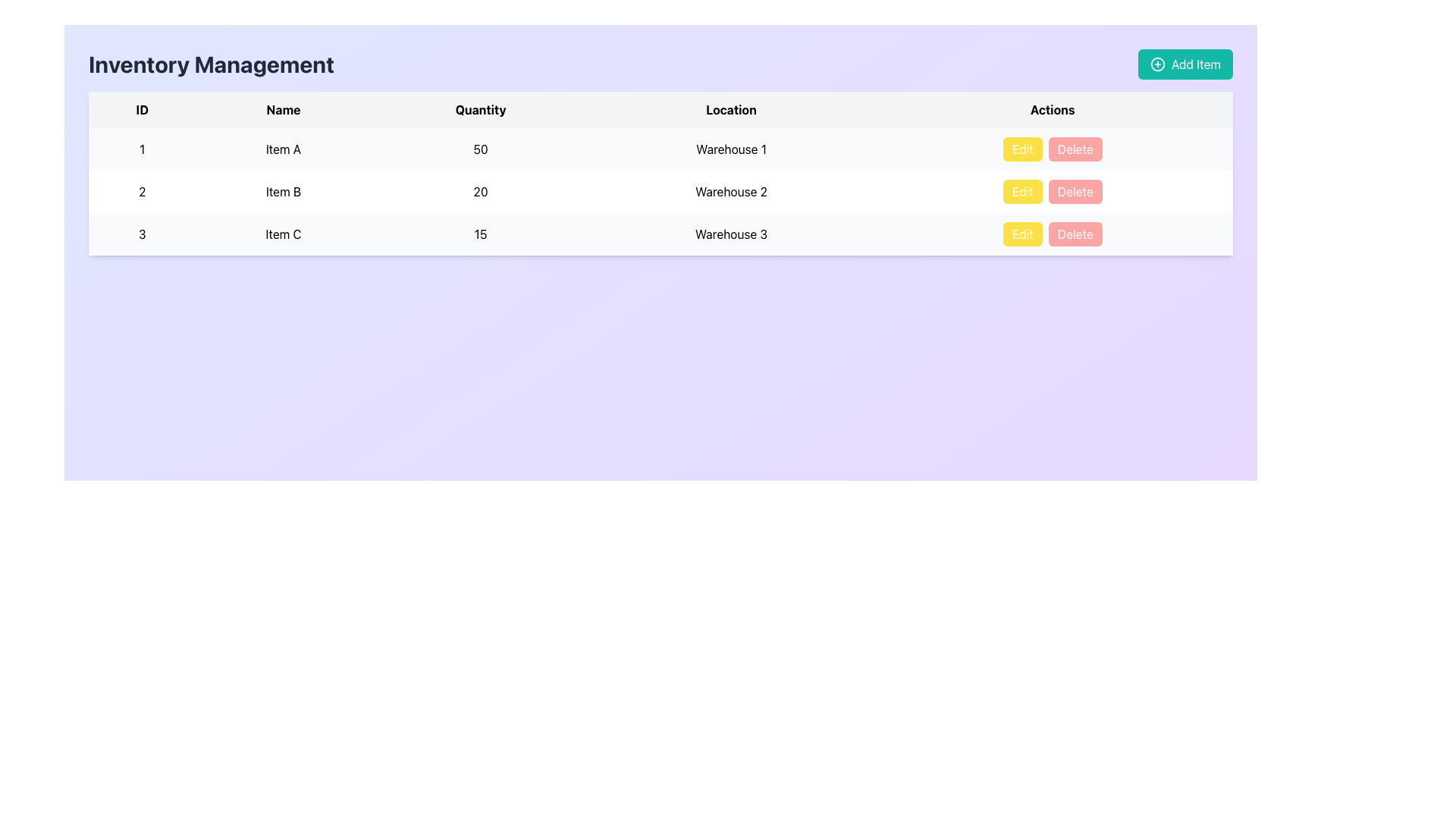 The height and width of the screenshot is (819, 1456). Describe the element at coordinates (1075, 149) in the screenshot. I see `the delete button in the 'Actions' column of the top row within the data table to trigger the hover effect` at that location.